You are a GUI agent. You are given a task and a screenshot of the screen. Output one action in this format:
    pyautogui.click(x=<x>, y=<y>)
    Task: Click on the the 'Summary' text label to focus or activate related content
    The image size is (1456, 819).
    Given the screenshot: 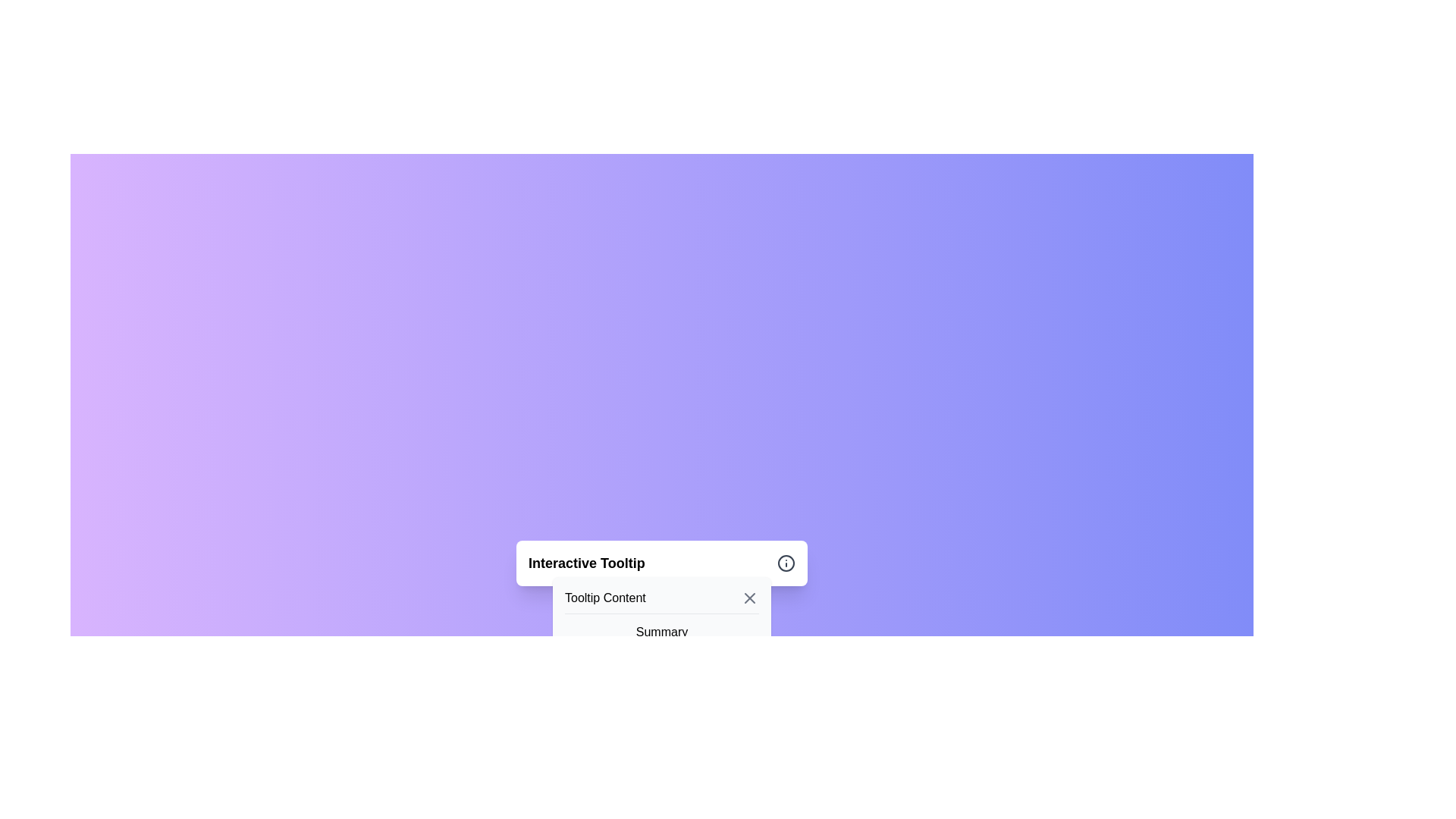 What is the action you would take?
    pyautogui.click(x=662, y=641)
    